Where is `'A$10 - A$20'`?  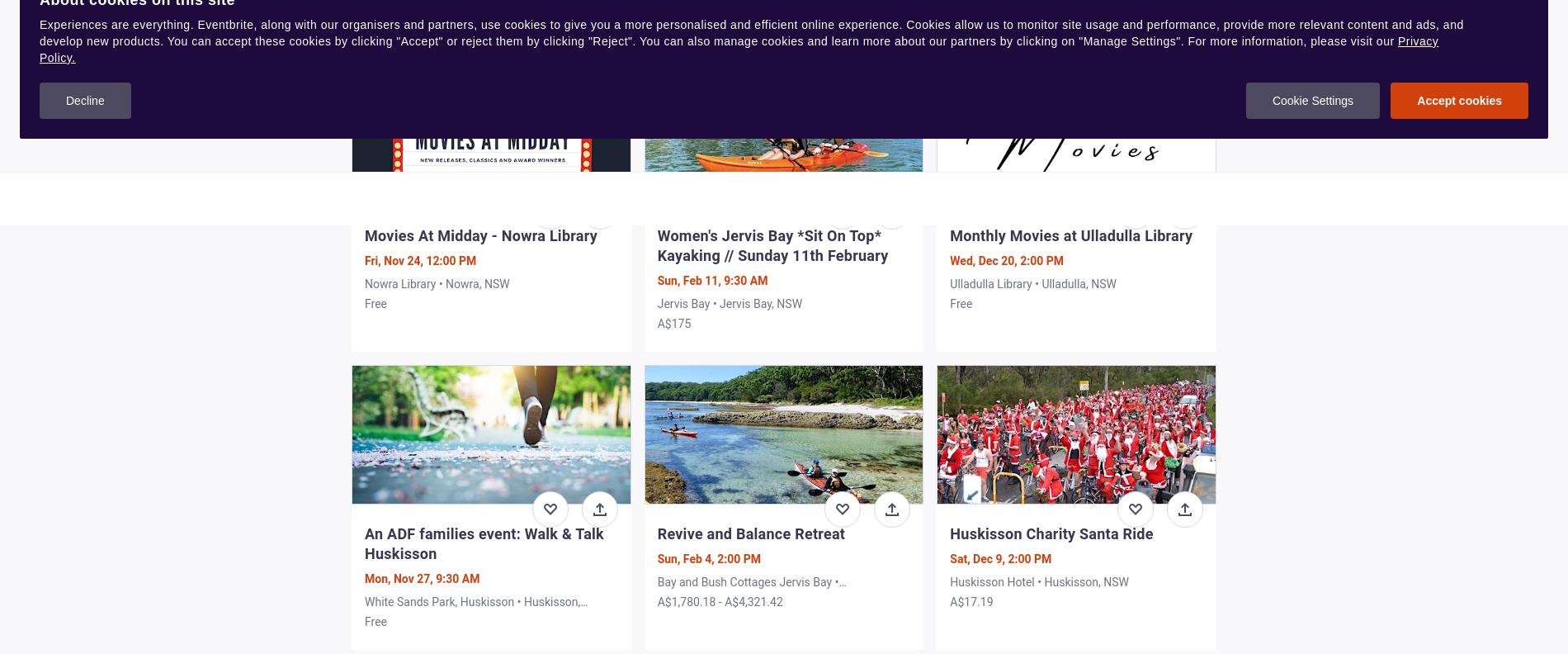 'A$10 - A$20' is located at coordinates (363, 24).